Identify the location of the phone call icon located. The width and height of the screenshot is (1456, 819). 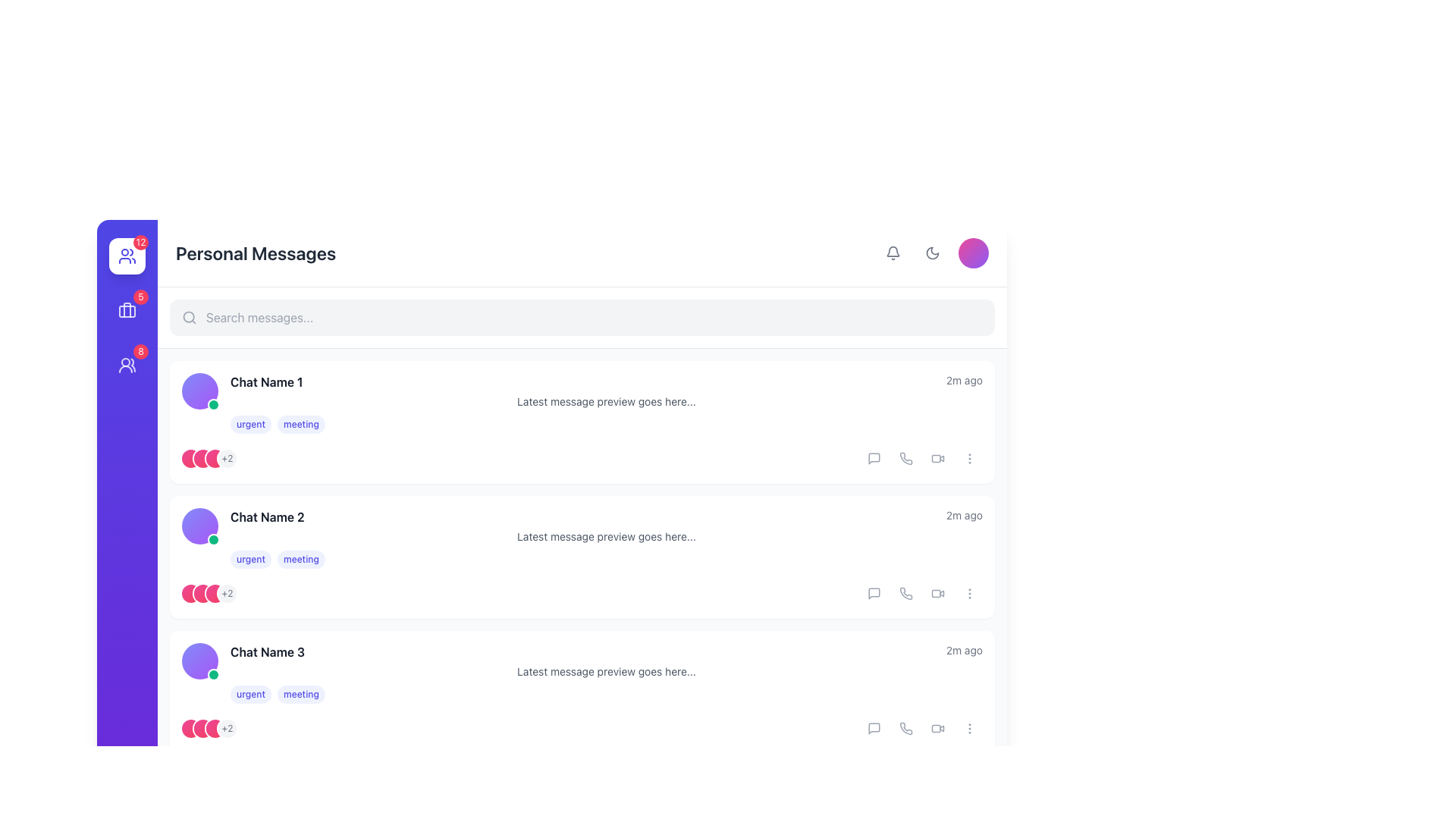
(906, 458).